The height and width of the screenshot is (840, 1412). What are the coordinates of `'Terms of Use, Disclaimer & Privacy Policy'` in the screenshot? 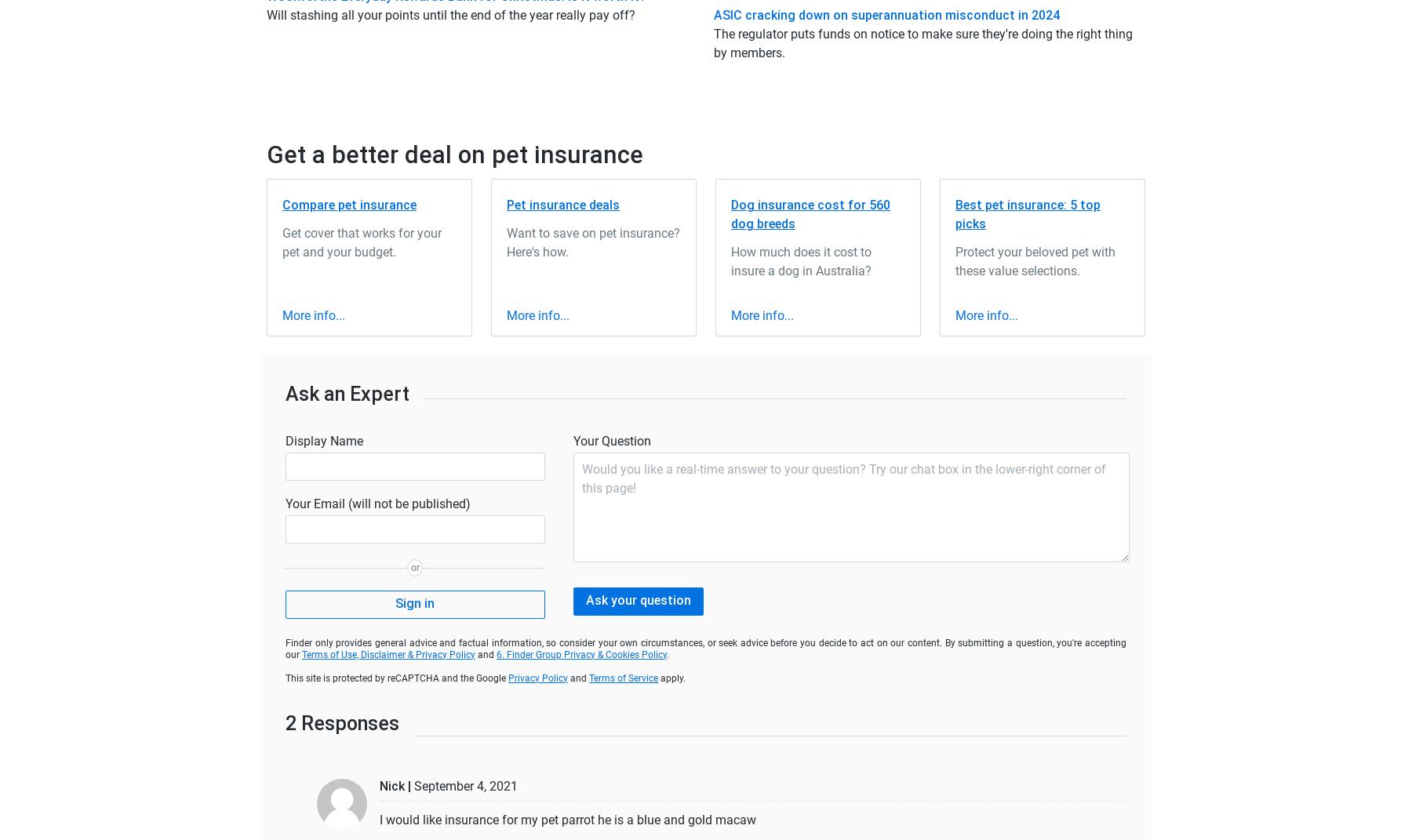 It's located at (388, 653).